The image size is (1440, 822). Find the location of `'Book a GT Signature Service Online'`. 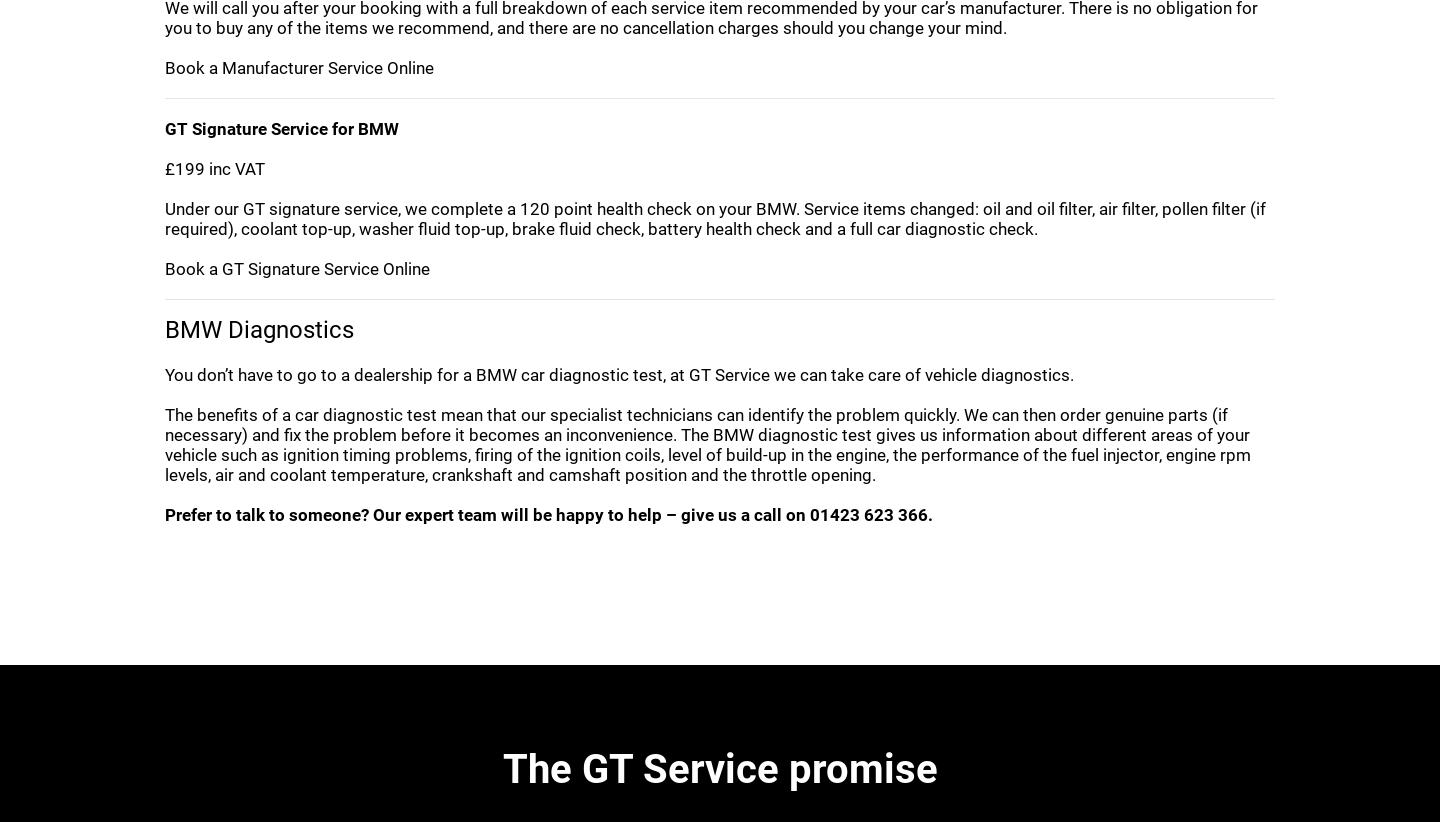

'Book a GT Signature Service Online' is located at coordinates (296, 266).